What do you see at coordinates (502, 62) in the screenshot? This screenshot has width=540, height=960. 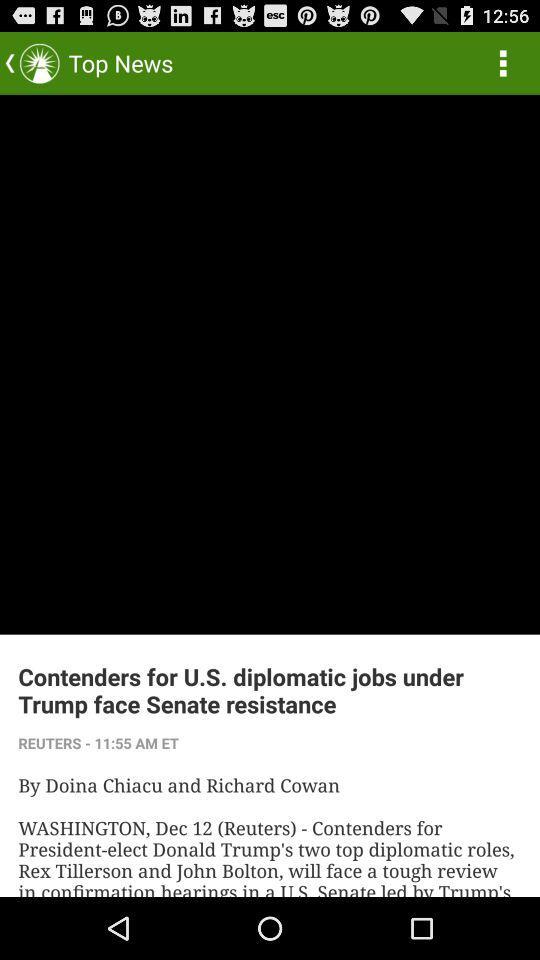 I see `the item next to top news app` at bounding box center [502, 62].